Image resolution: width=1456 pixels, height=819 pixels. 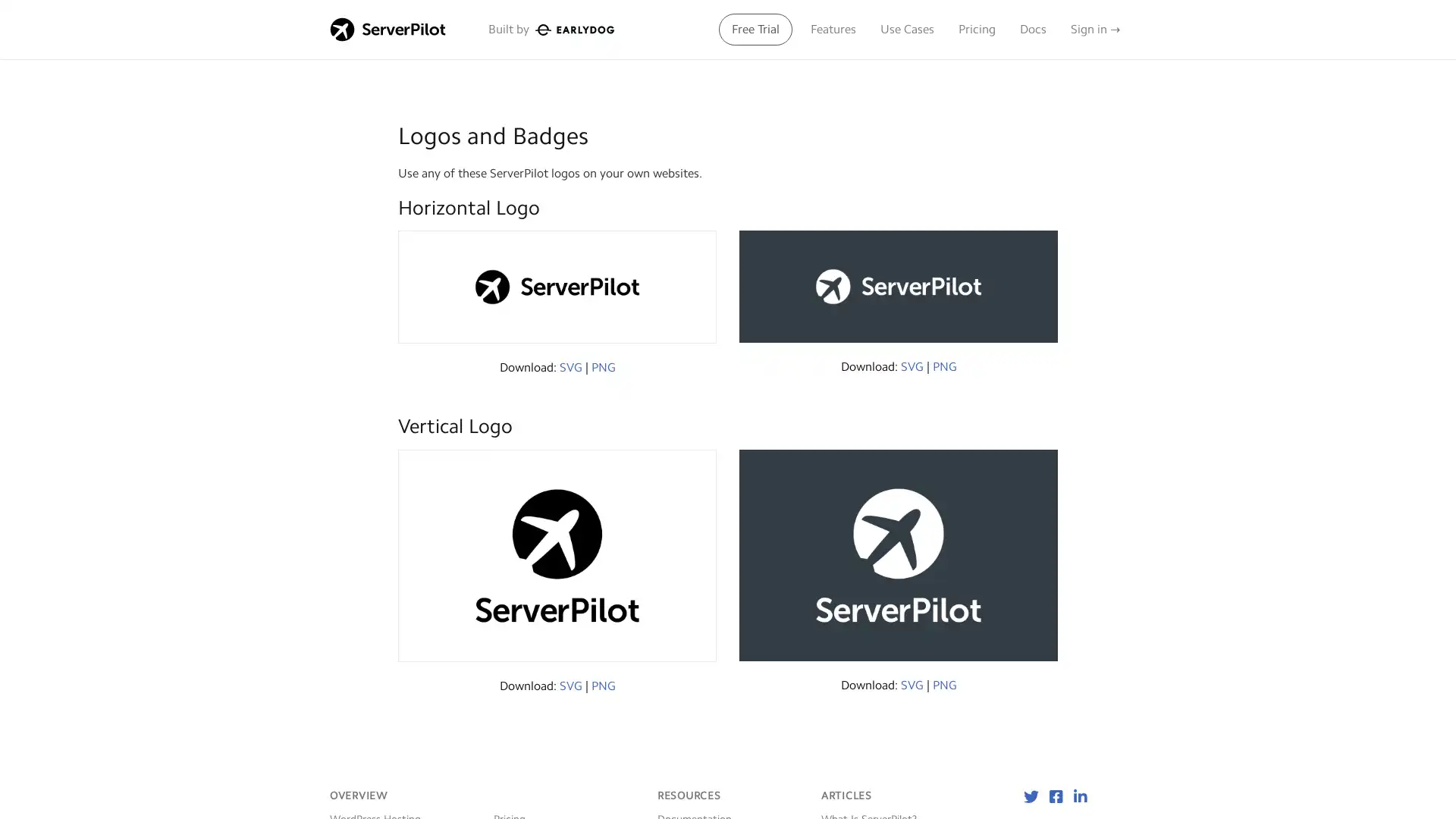 What do you see at coordinates (1095, 29) in the screenshot?
I see `Sign in` at bounding box center [1095, 29].